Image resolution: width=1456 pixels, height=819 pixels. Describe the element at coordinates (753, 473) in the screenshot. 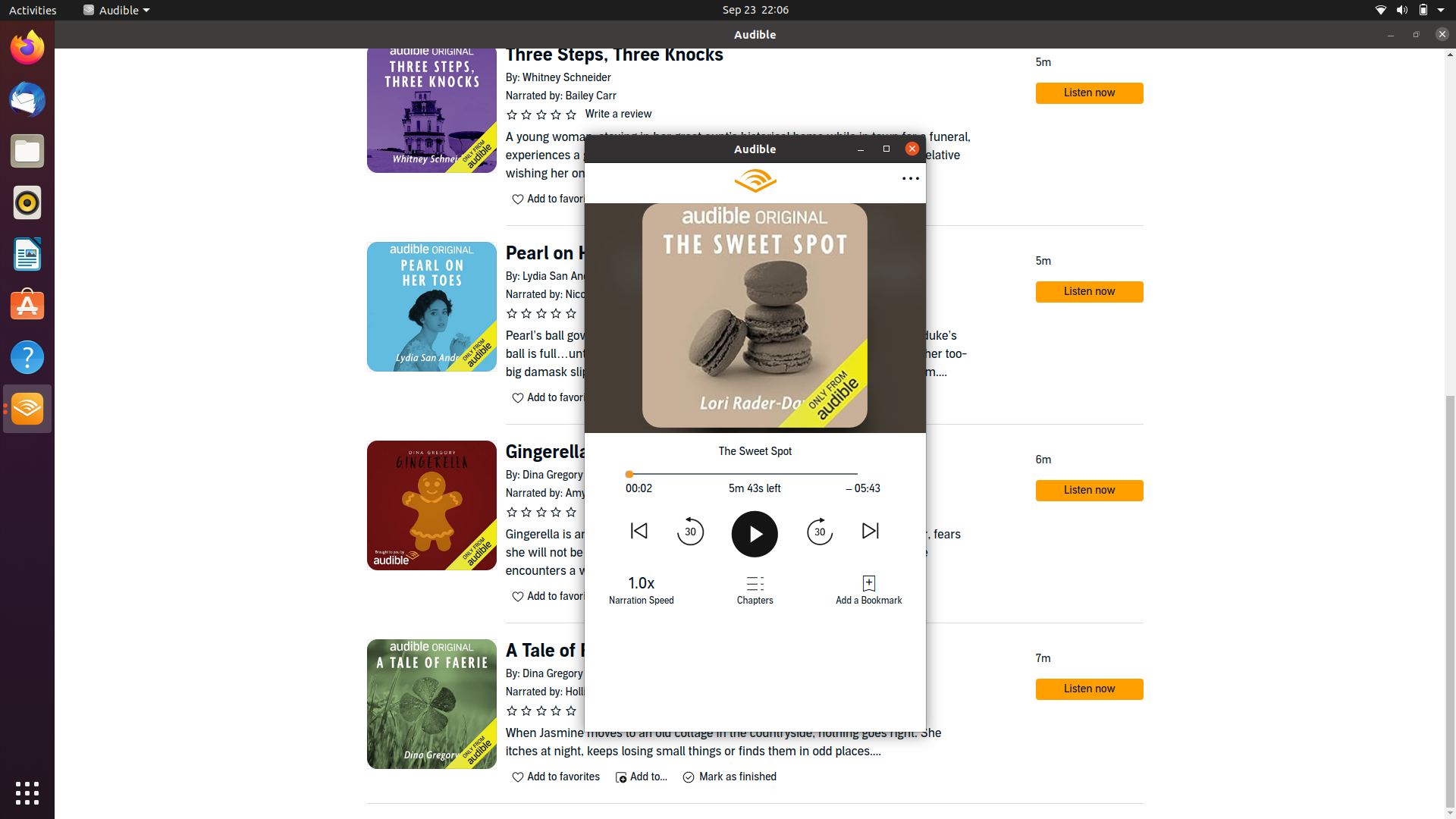

I see `Go to the middle of the book` at that location.